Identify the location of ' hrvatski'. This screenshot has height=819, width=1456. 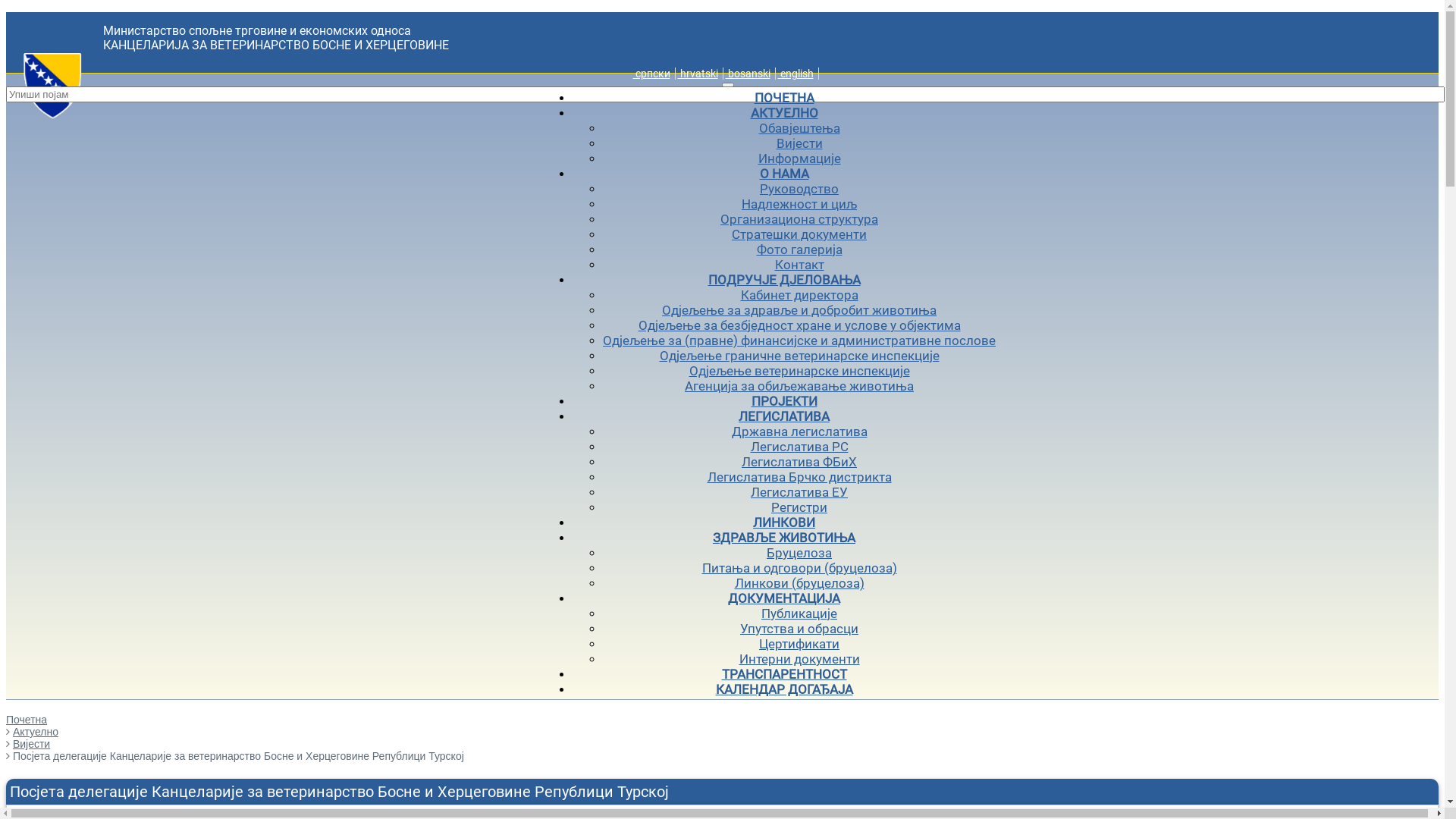
(697, 73).